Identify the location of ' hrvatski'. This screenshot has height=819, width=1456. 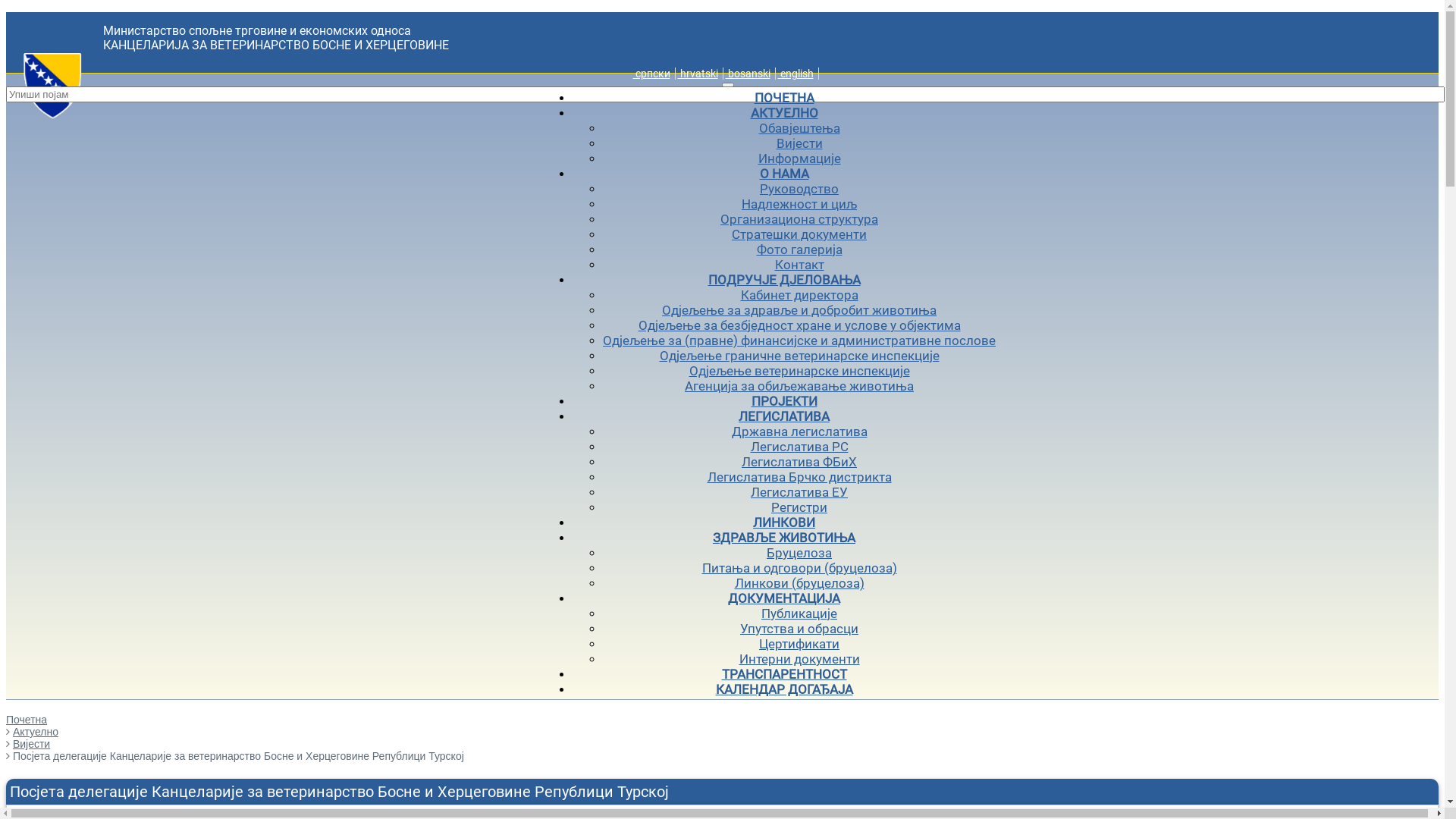
(697, 73).